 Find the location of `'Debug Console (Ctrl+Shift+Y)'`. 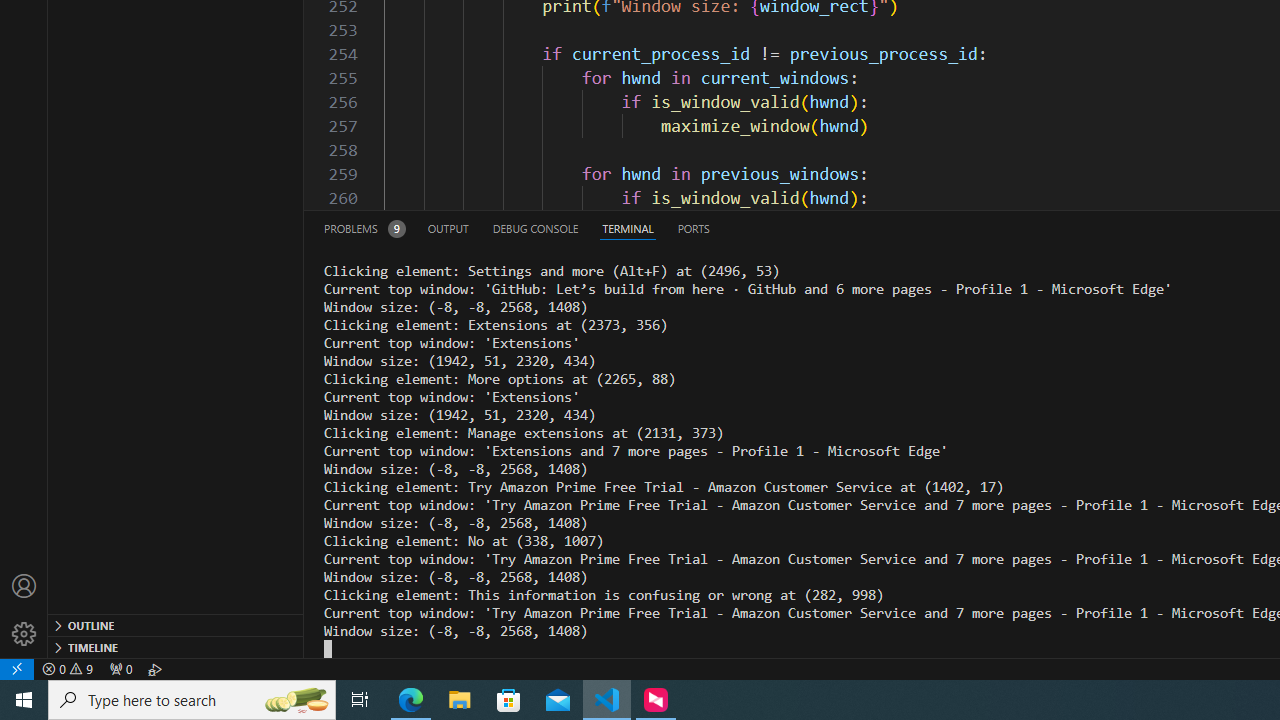

'Debug Console (Ctrl+Shift+Y)' is located at coordinates (535, 227).